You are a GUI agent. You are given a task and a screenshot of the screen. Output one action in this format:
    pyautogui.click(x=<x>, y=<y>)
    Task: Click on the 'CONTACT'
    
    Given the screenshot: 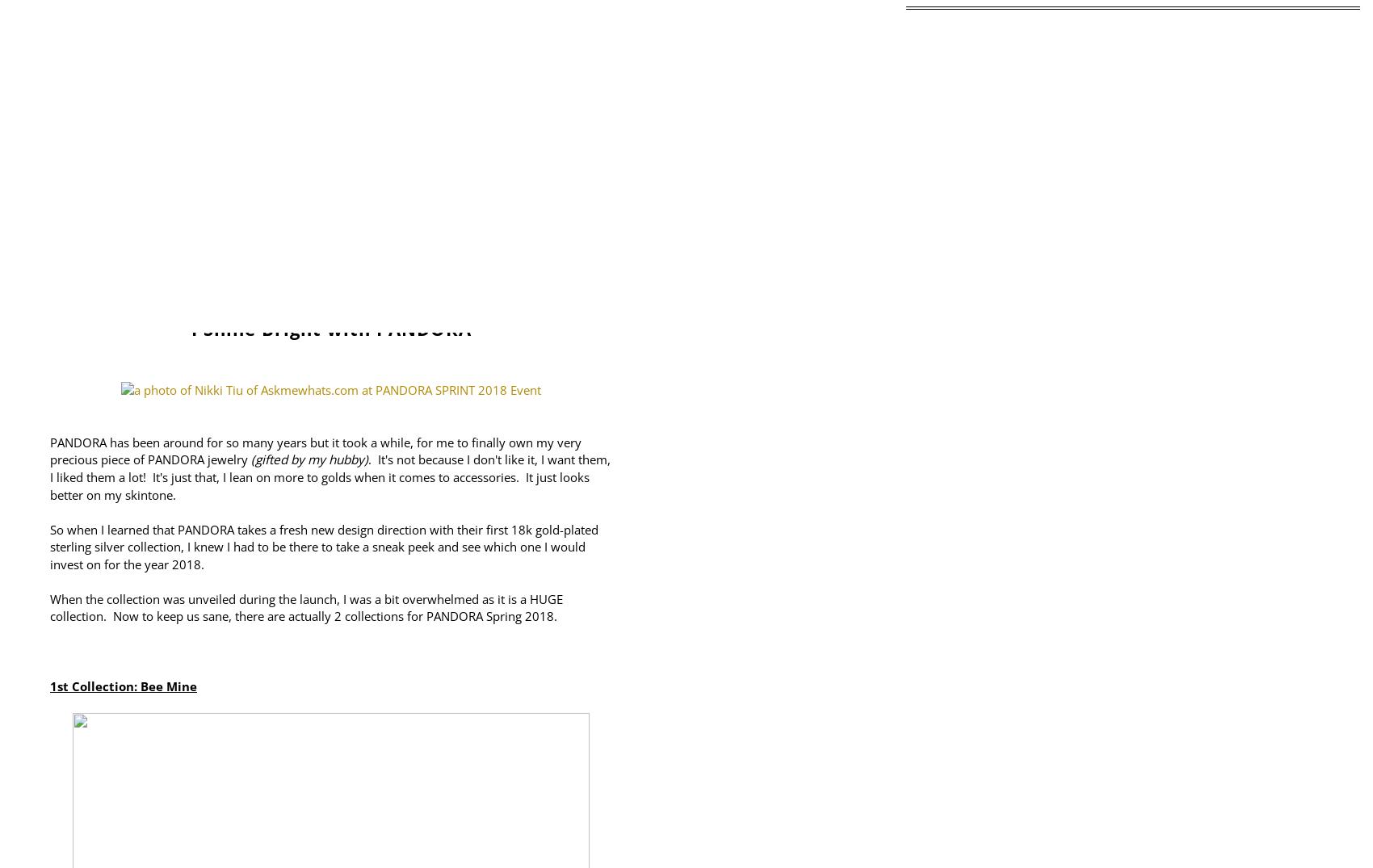 What is the action you would take?
    pyautogui.click(x=666, y=241)
    